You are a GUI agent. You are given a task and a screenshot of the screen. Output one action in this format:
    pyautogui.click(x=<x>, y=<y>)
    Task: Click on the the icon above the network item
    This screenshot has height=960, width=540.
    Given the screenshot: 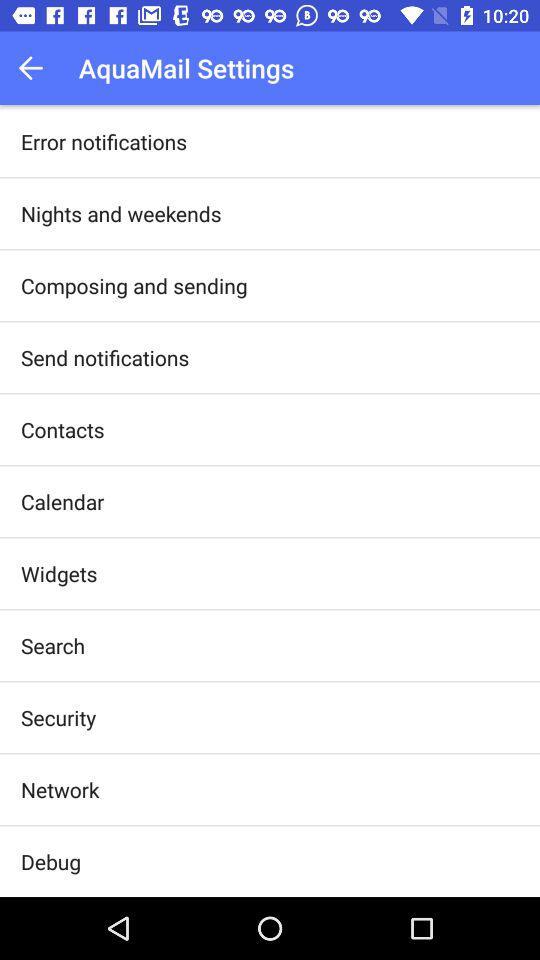 What is the action you would take?
    pyautogui.click(x=58, y=717)
    